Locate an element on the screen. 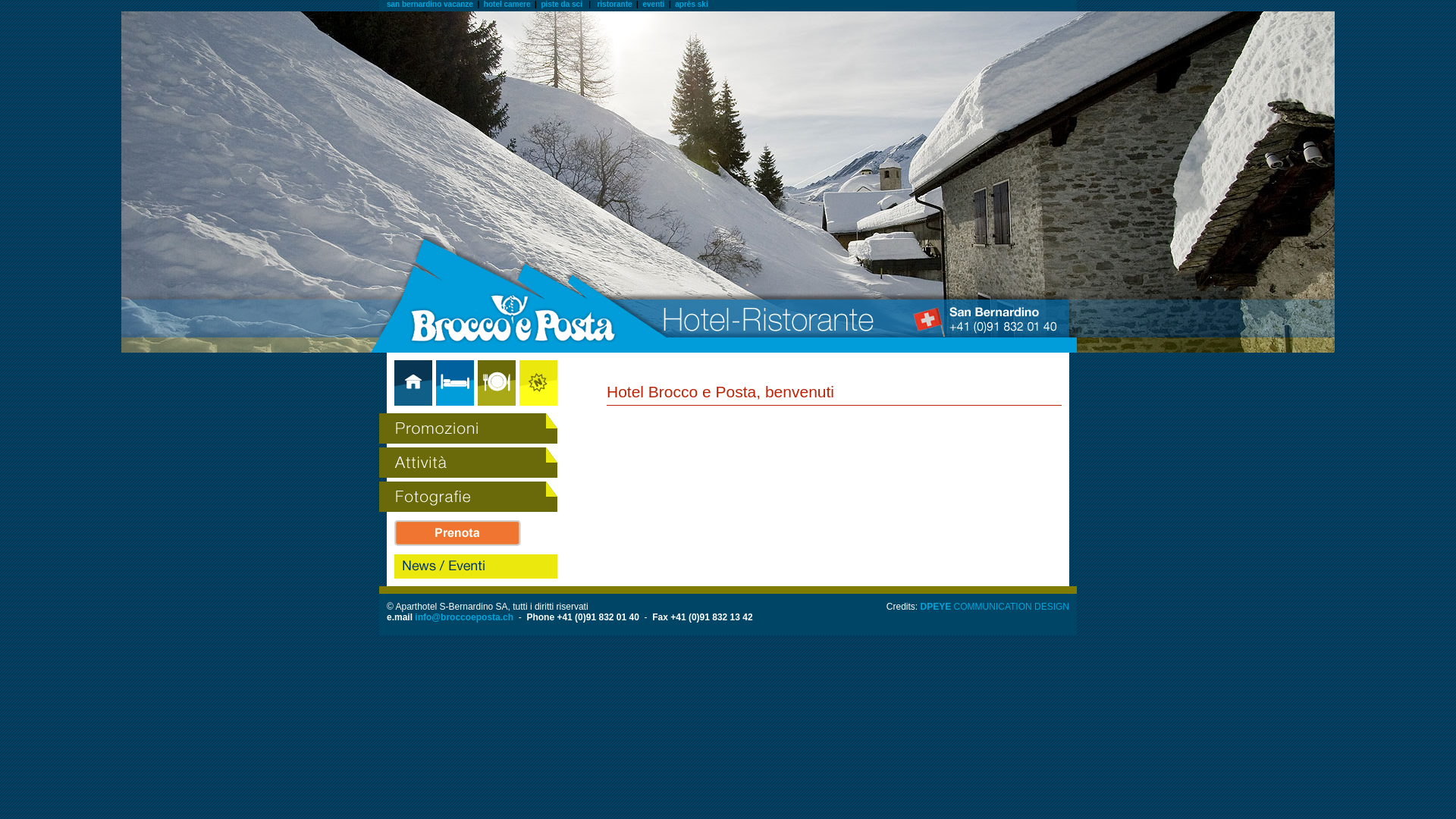 This screenshot has height=819, width=1456. 'promozioni Brocco' is located at coordinates (463, 428).